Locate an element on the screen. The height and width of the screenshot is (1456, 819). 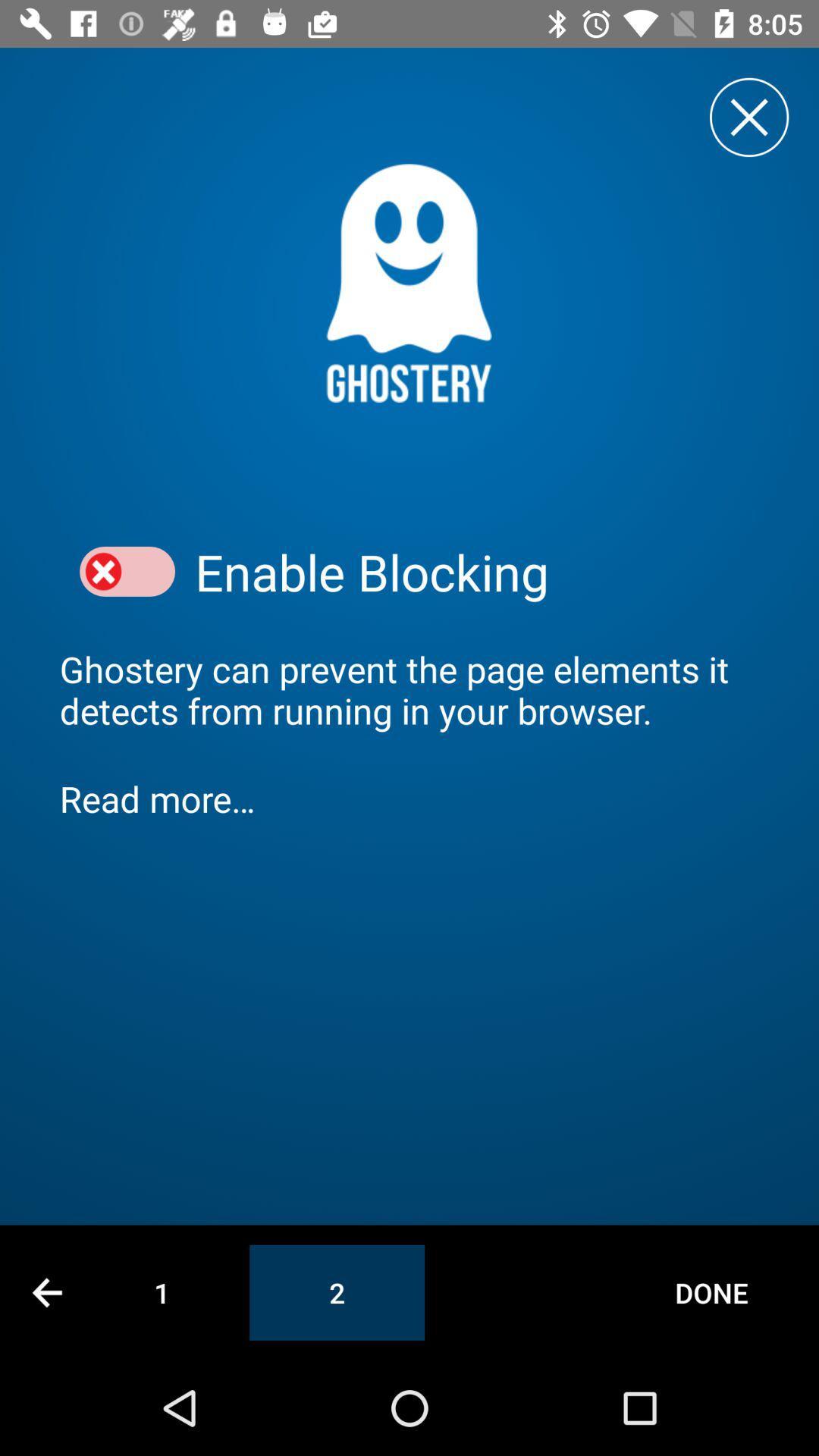
the enable blocking item is located at coordinates (476, 571).